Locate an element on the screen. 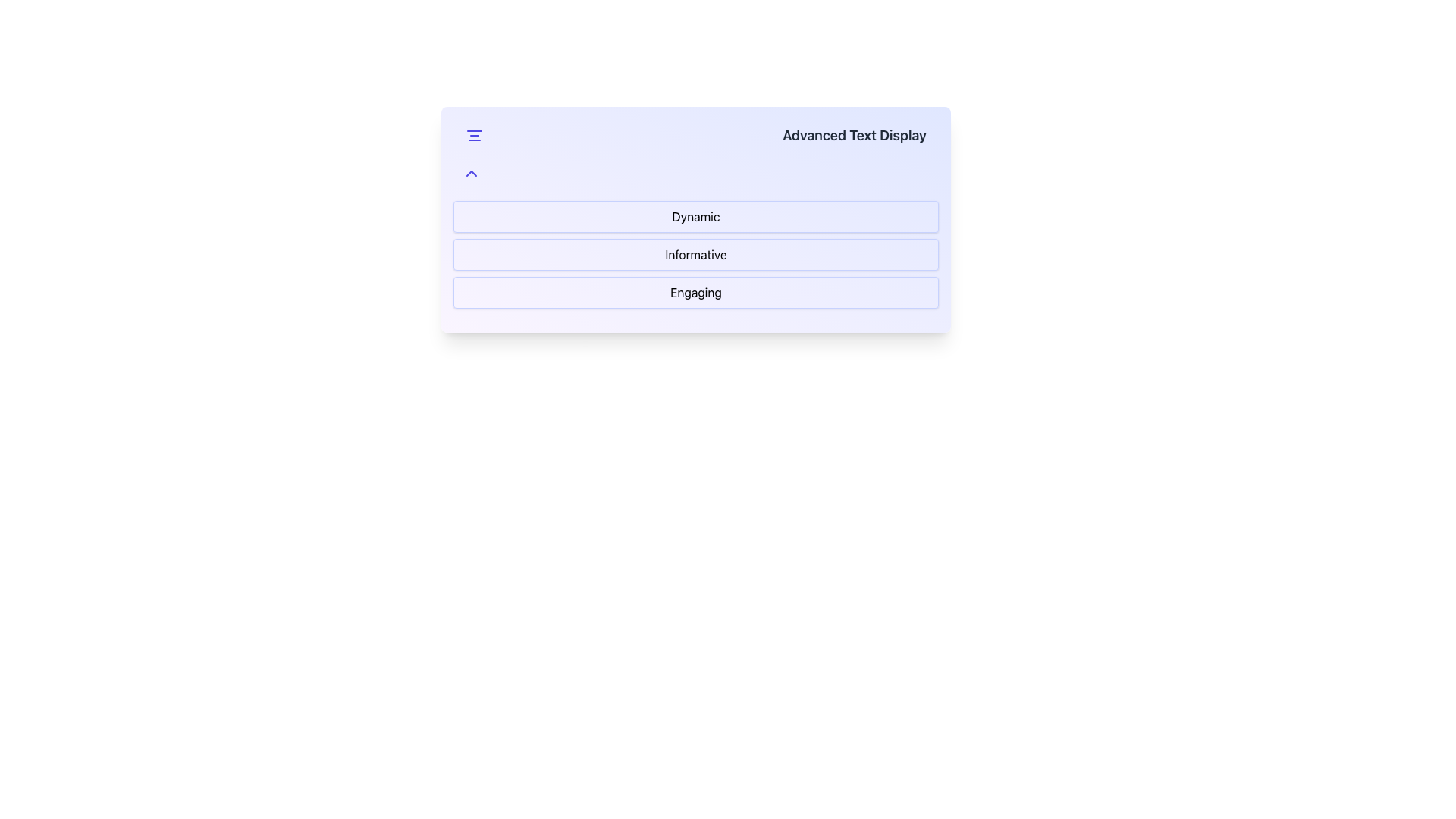 Image resolution: width=1456 pixels, height=819 pixels. the text label displaying 'Advanced Text Display' which is styled in bold with a larger gray font, located in the upper-right quarter of the layout is located at coordinates (855, 134).